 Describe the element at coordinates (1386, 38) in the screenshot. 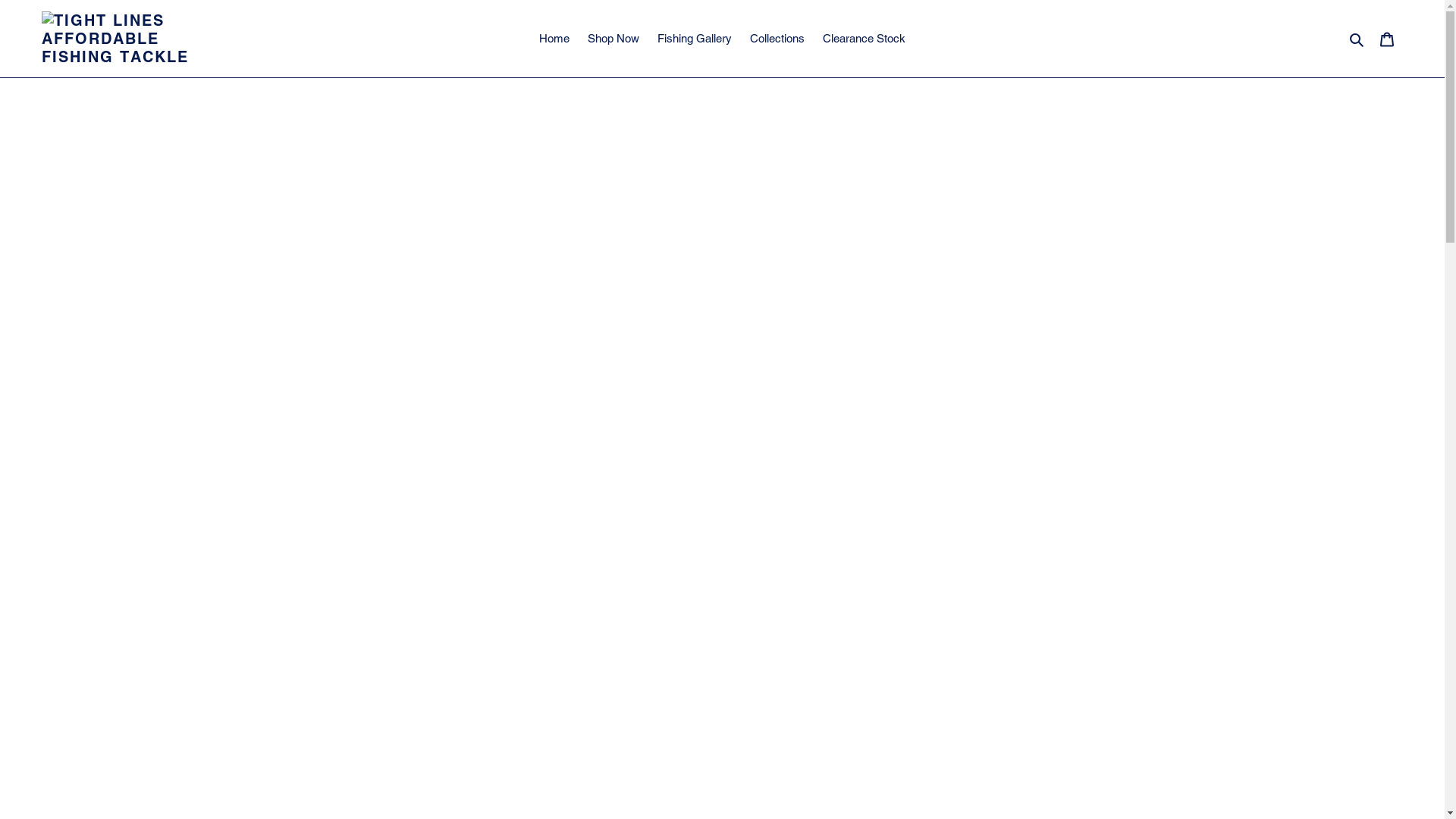

I see `'Cart'` at that location.